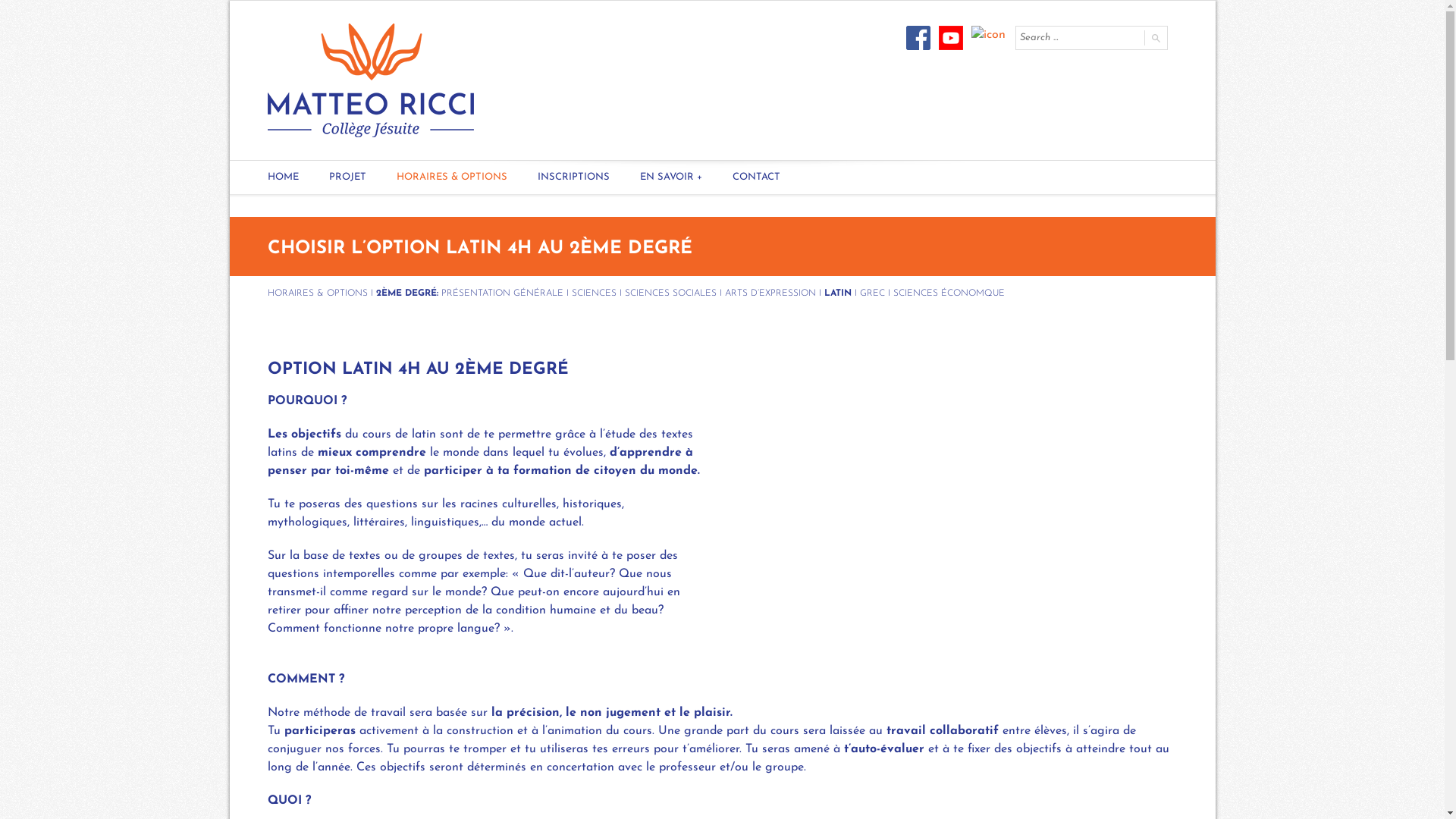 The height and width of the screenshot is (819, 1456). Describe the element at coordinates (312, 177) in the screenshot. I see `'PROJET'` at that location.